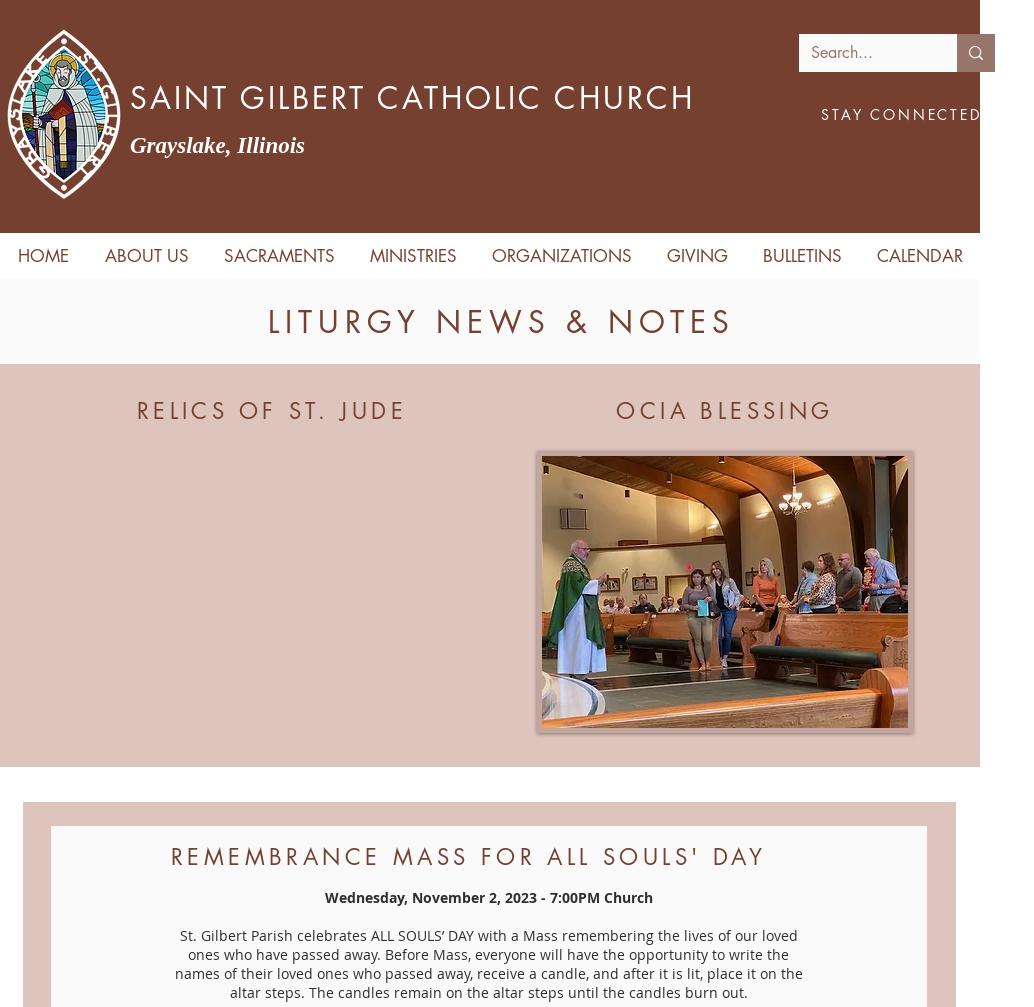  What do you see at coordinates (724, 410) in the screenshot?
I see `'OCIA BLESSING'` at bounding box center [724, 410].